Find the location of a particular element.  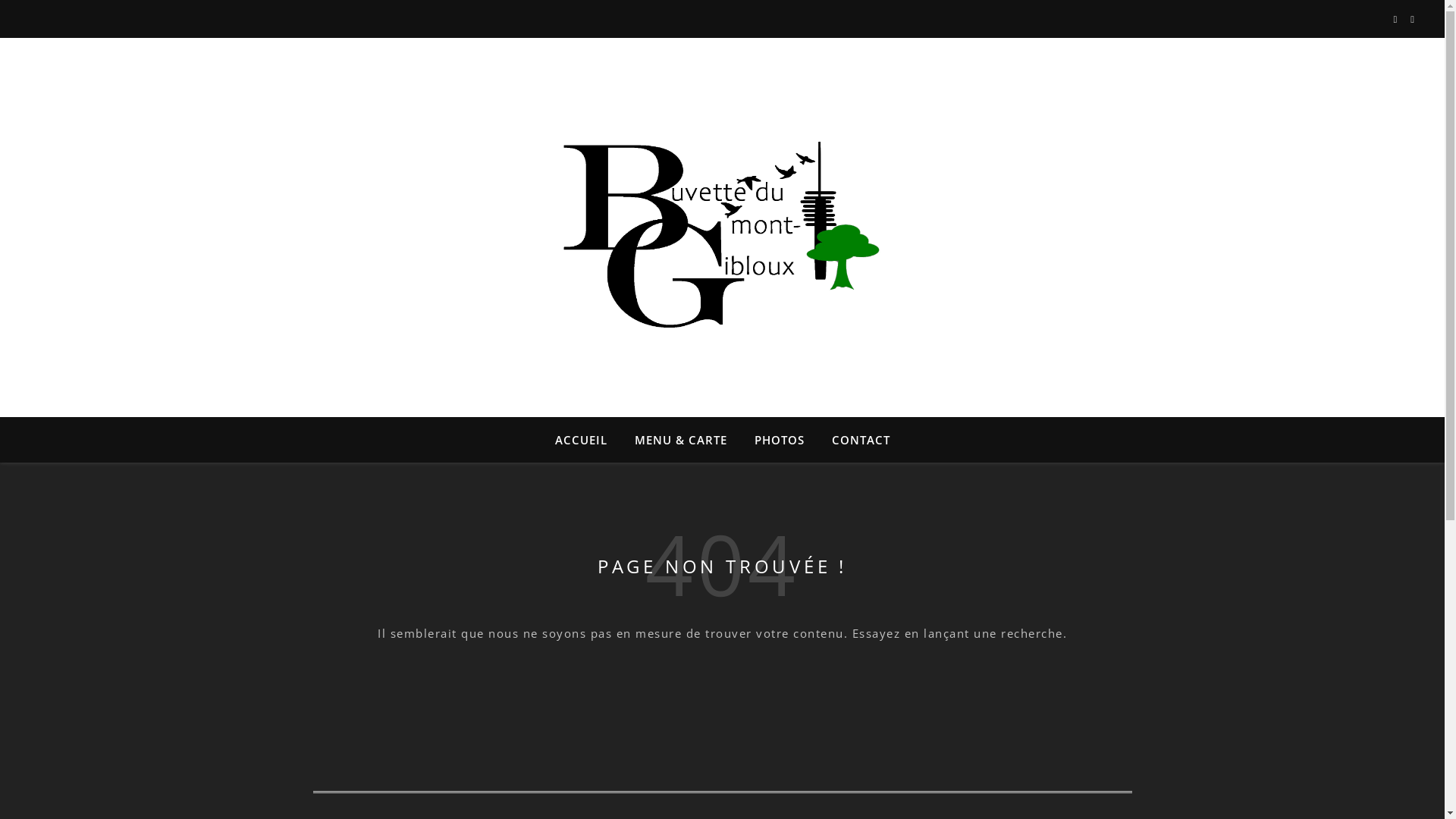

'ACCUEIL' is located at coordinates (586, 439).